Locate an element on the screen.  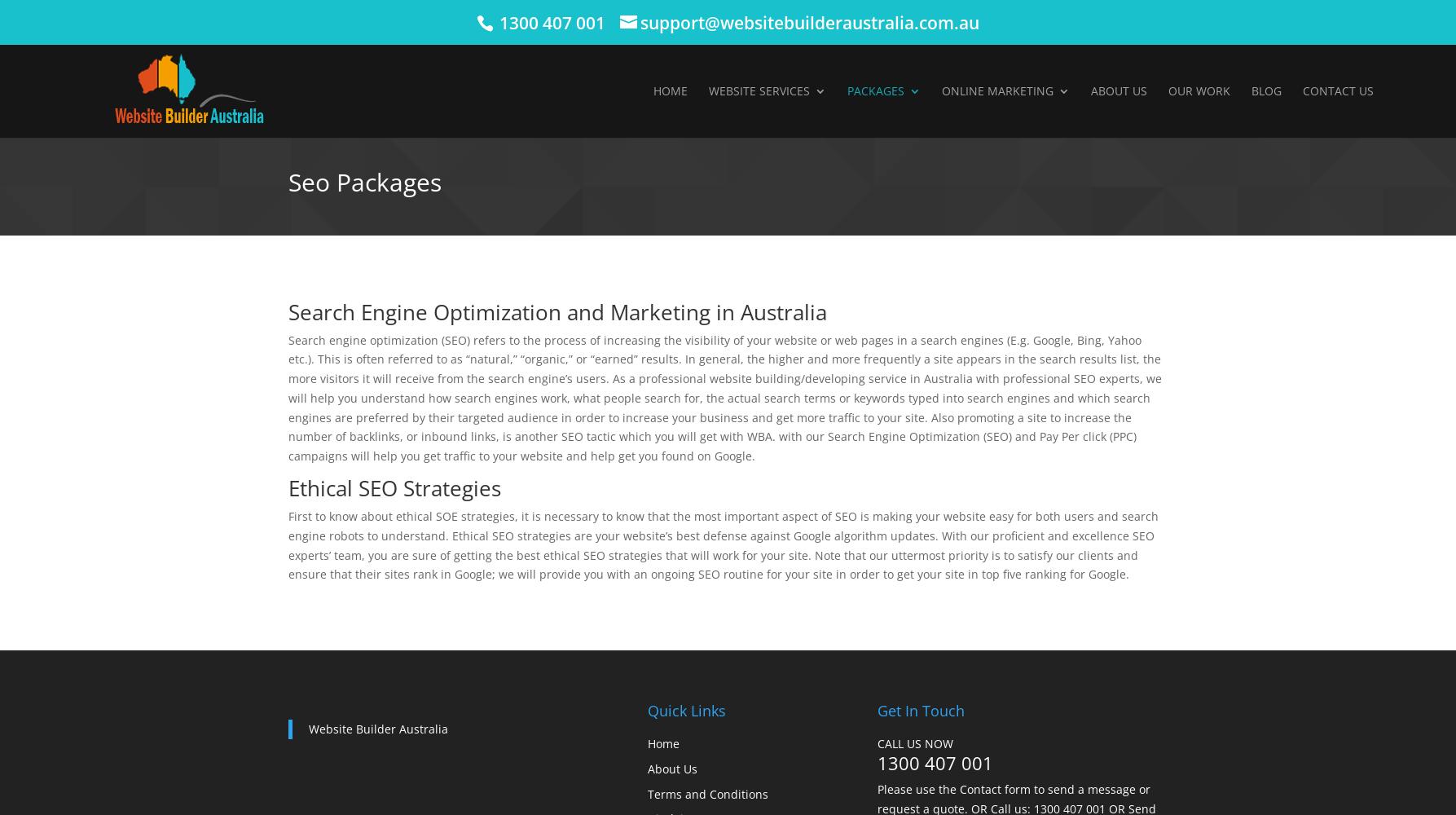
'WordPress' is located at coordinates (774, 268).